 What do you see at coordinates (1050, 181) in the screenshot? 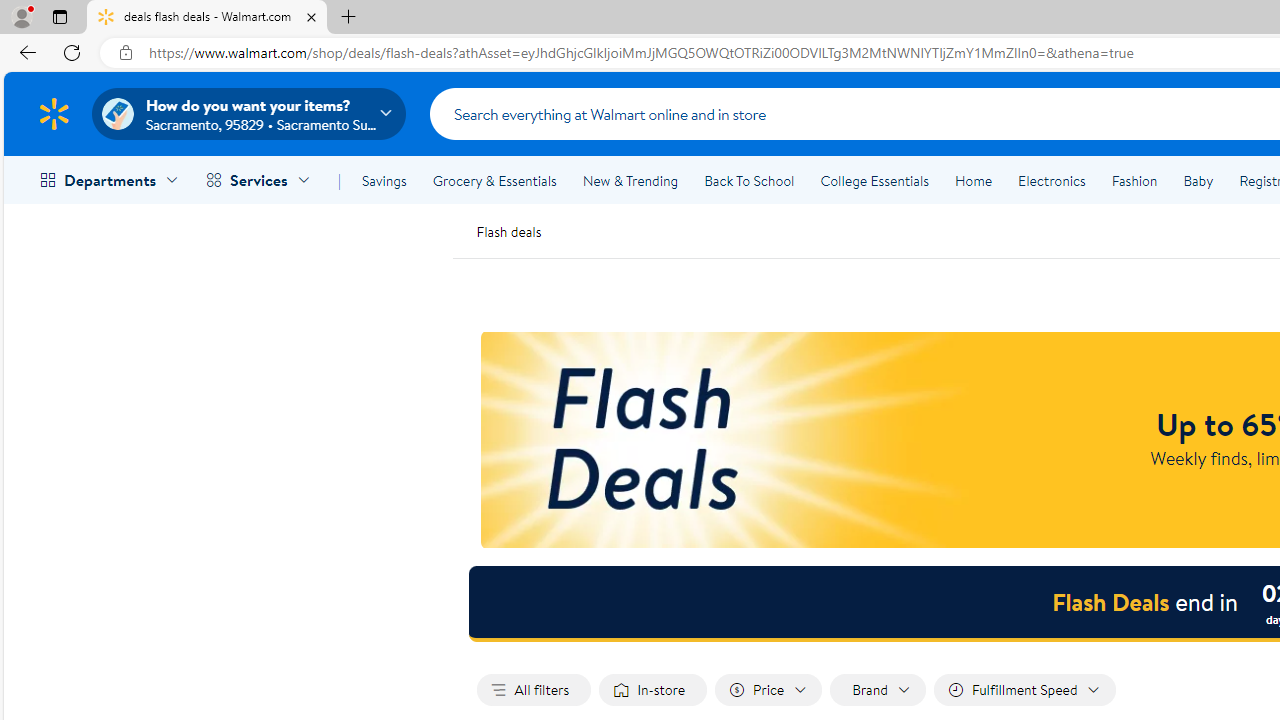
I see `'Electronics'` at bounding box center [1050, 181].